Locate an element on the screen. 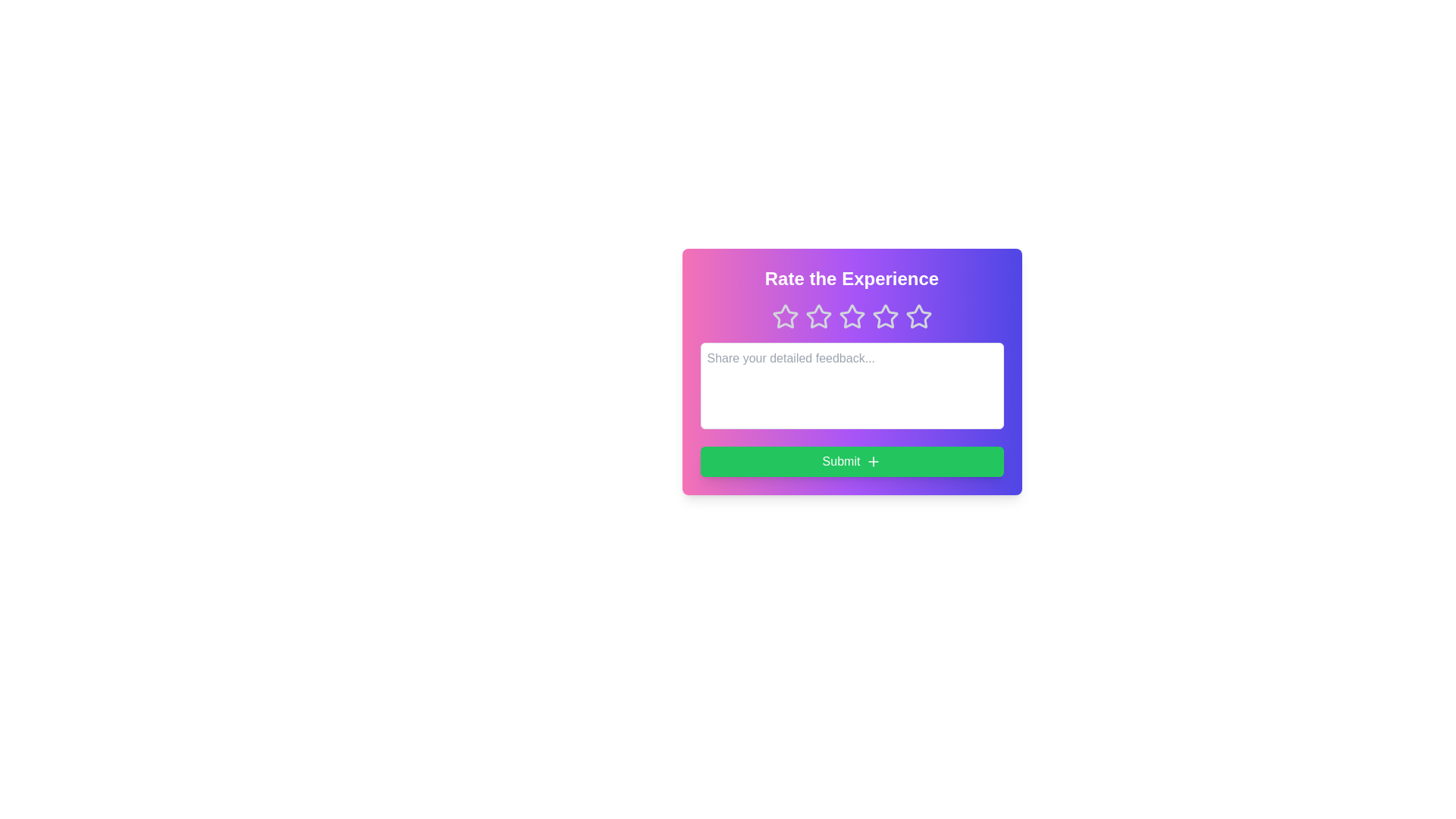 The image size is (1456, 819). the star corresponding to the desired rating 3 is located at coordinates (852, 315).